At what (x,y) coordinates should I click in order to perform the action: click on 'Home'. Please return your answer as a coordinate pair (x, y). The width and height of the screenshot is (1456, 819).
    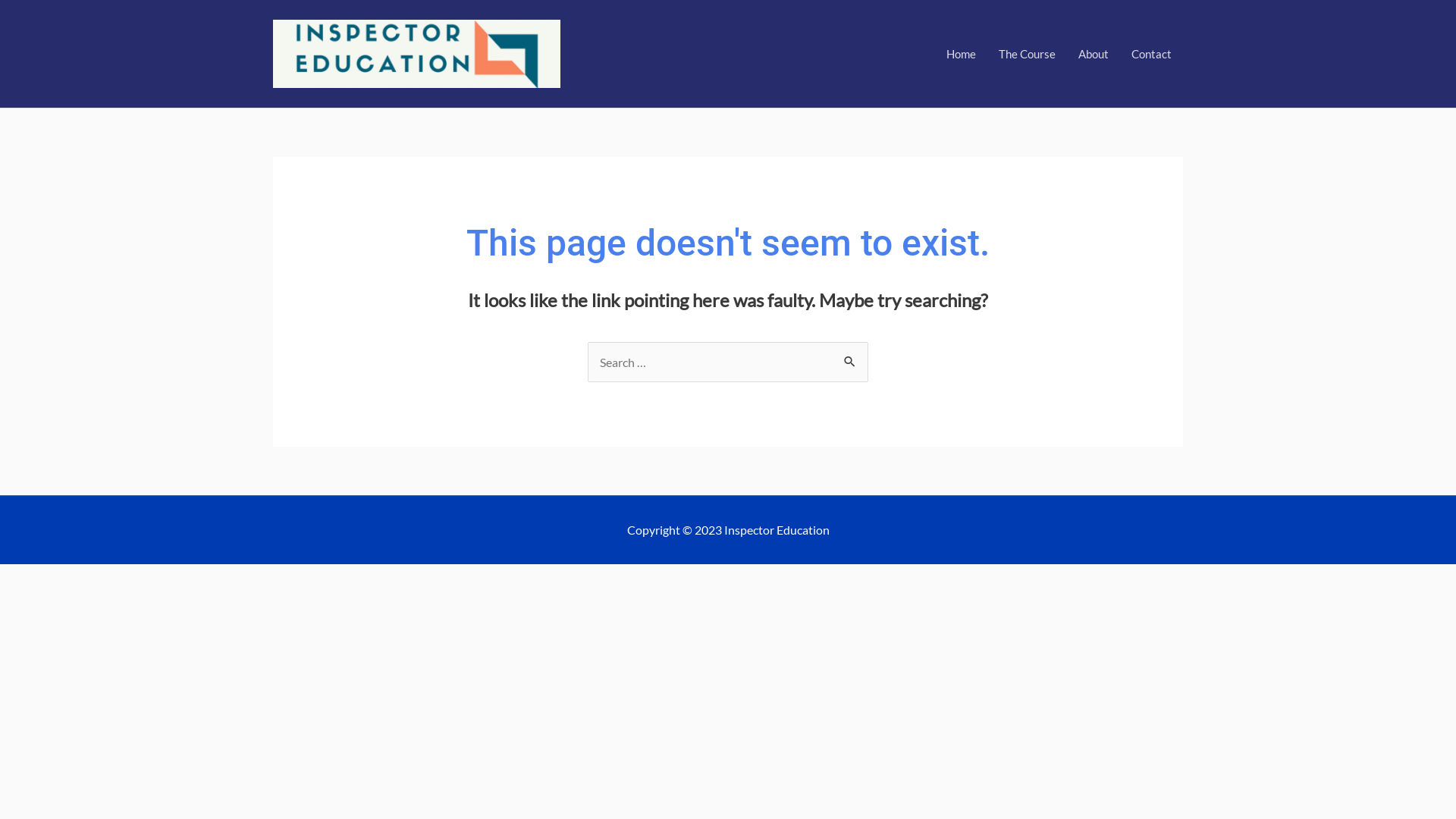
    Looking at the image, I should click on (960, 52).